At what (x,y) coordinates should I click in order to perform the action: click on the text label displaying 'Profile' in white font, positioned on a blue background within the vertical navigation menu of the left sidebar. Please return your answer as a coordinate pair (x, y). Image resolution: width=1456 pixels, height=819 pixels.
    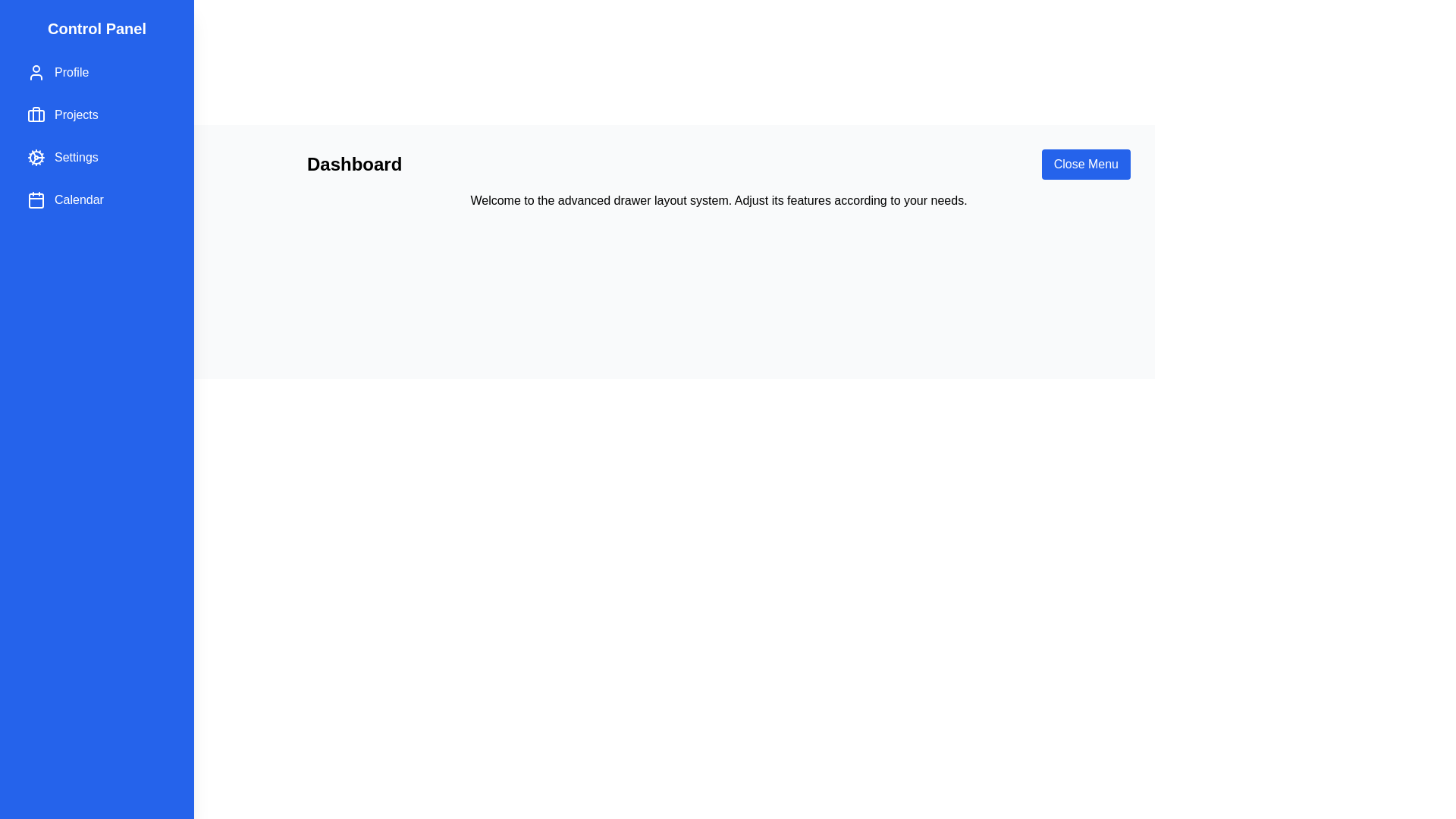
    Looking at the image, I should click on (71, 73).